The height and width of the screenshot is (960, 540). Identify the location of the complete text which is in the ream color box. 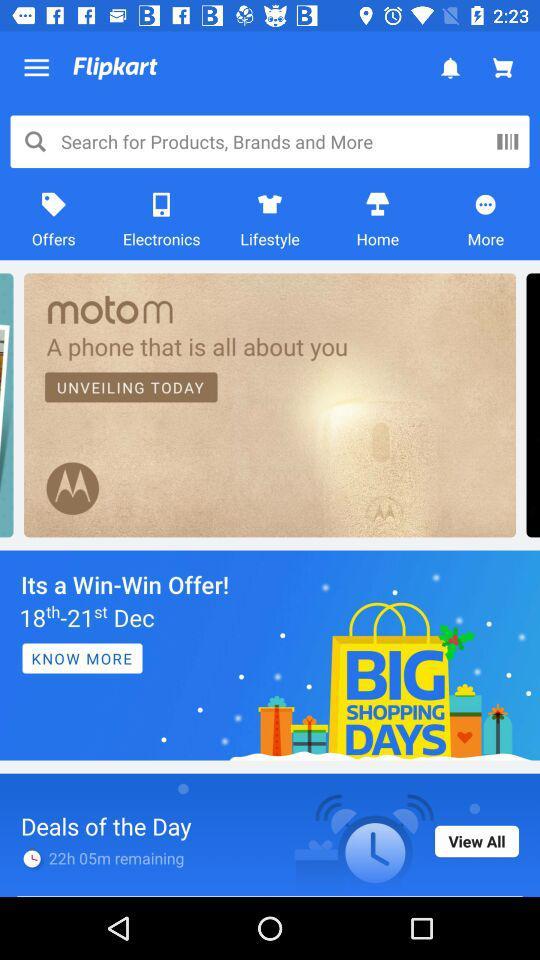
(270, 404).